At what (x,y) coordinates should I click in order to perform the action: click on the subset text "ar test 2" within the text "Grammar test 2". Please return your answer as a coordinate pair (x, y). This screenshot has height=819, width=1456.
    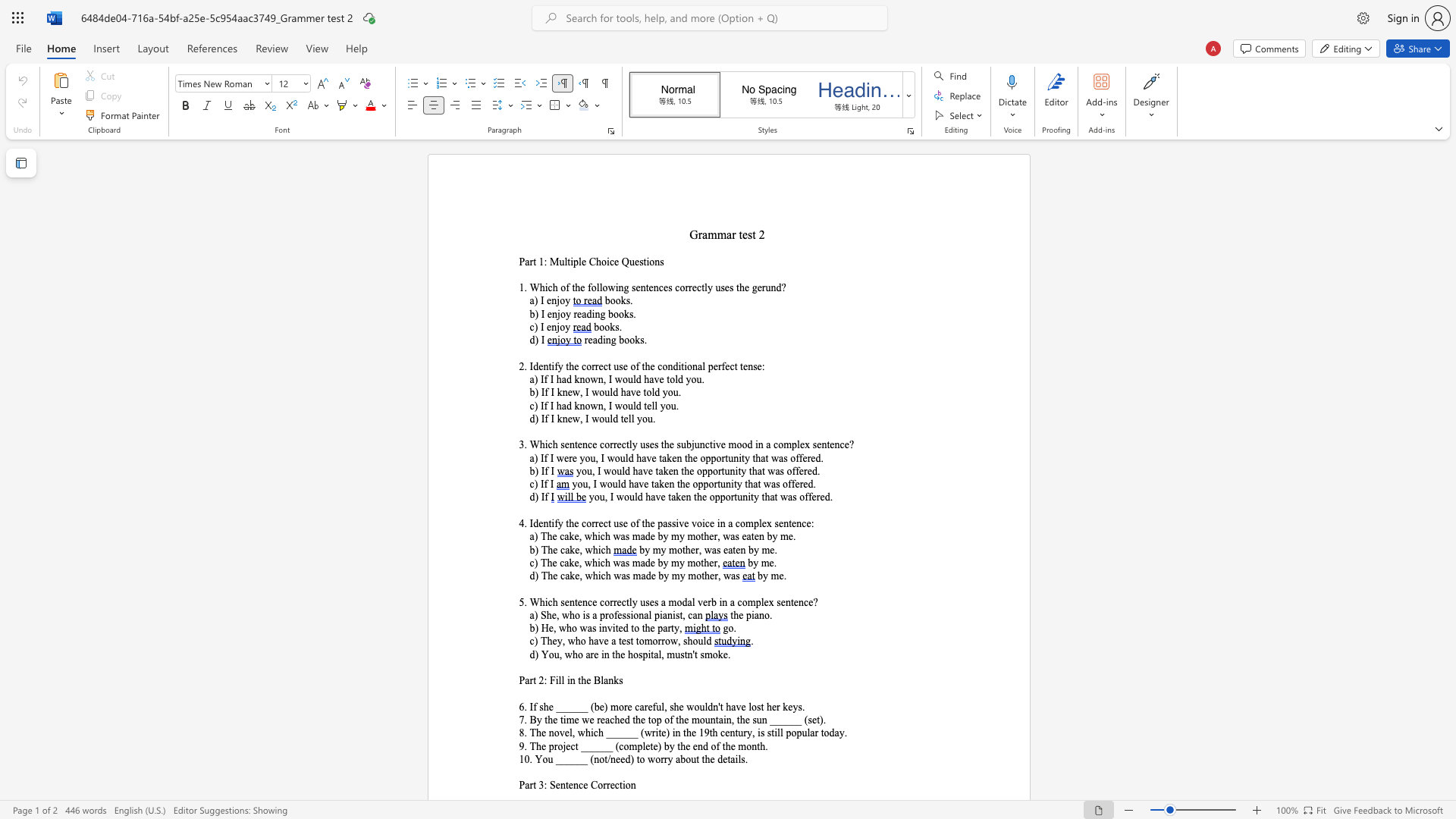
    Looking at the image, I should click on (726, 234).